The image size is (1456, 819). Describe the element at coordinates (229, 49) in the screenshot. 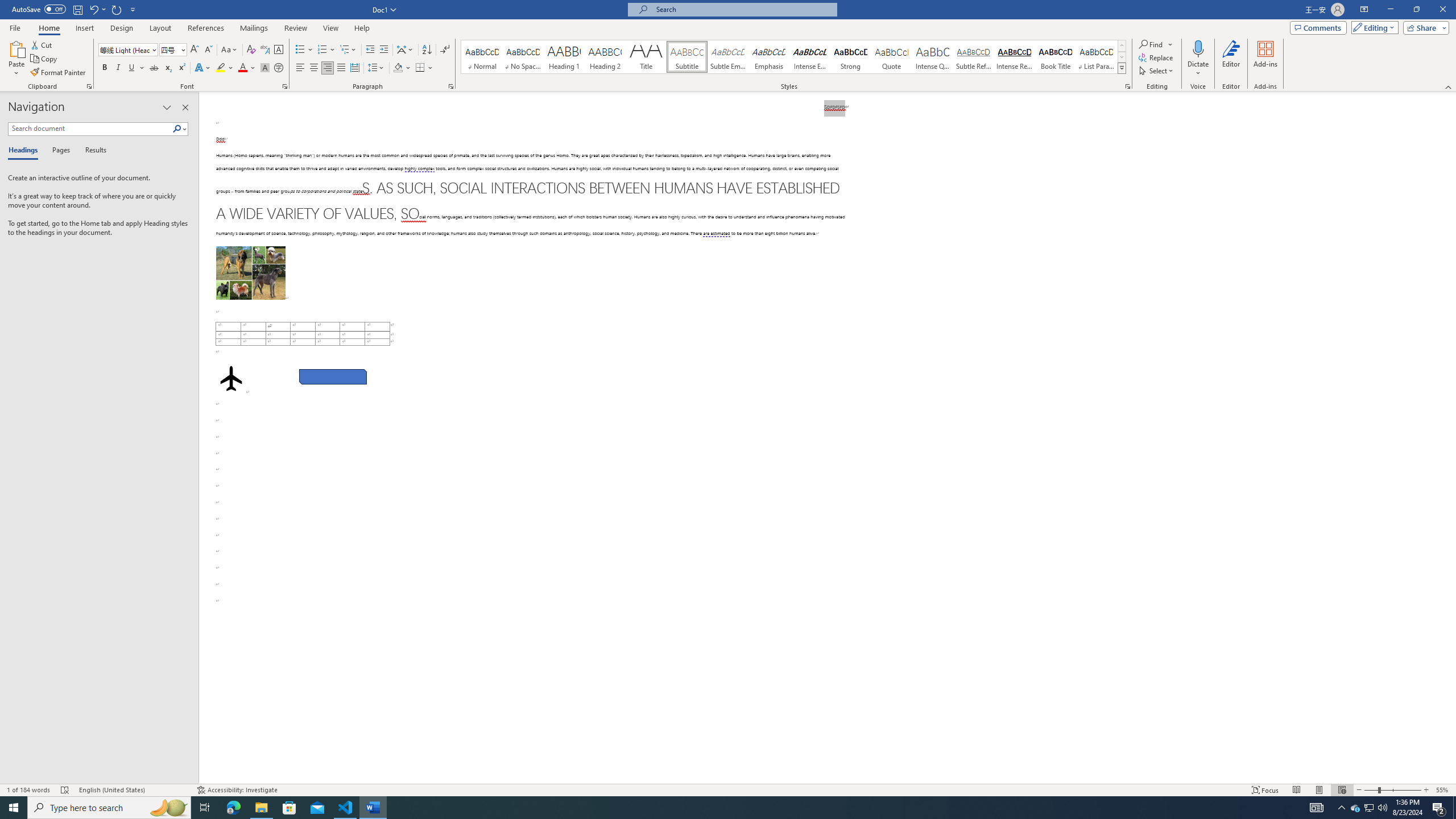

I see `'Change Case'` at that location.